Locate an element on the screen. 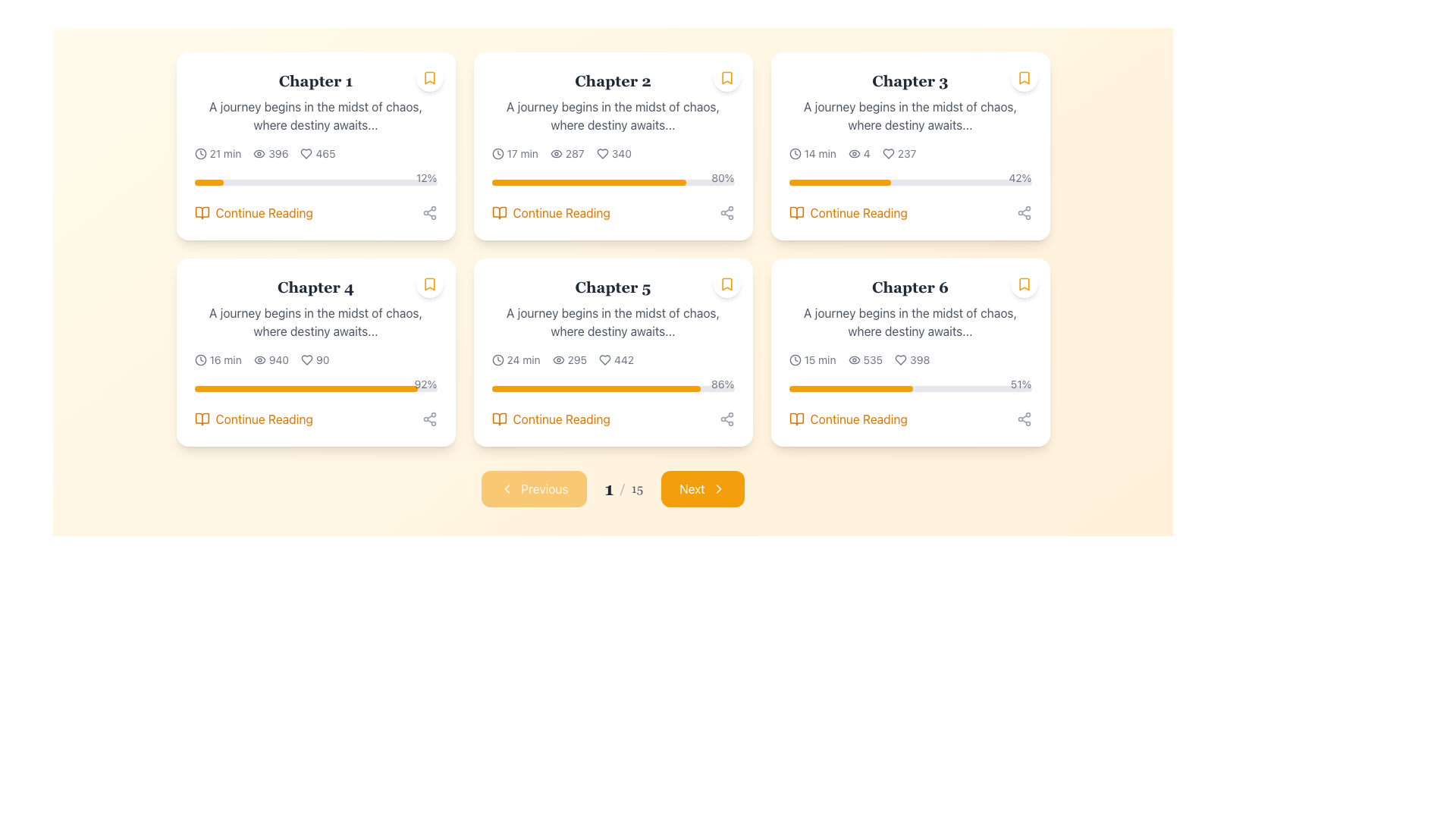  the heart-shaped icon located between the labels '287' and '340' in the second card of the top row under 'Chapter 2' is located at coordinates (601, 154).